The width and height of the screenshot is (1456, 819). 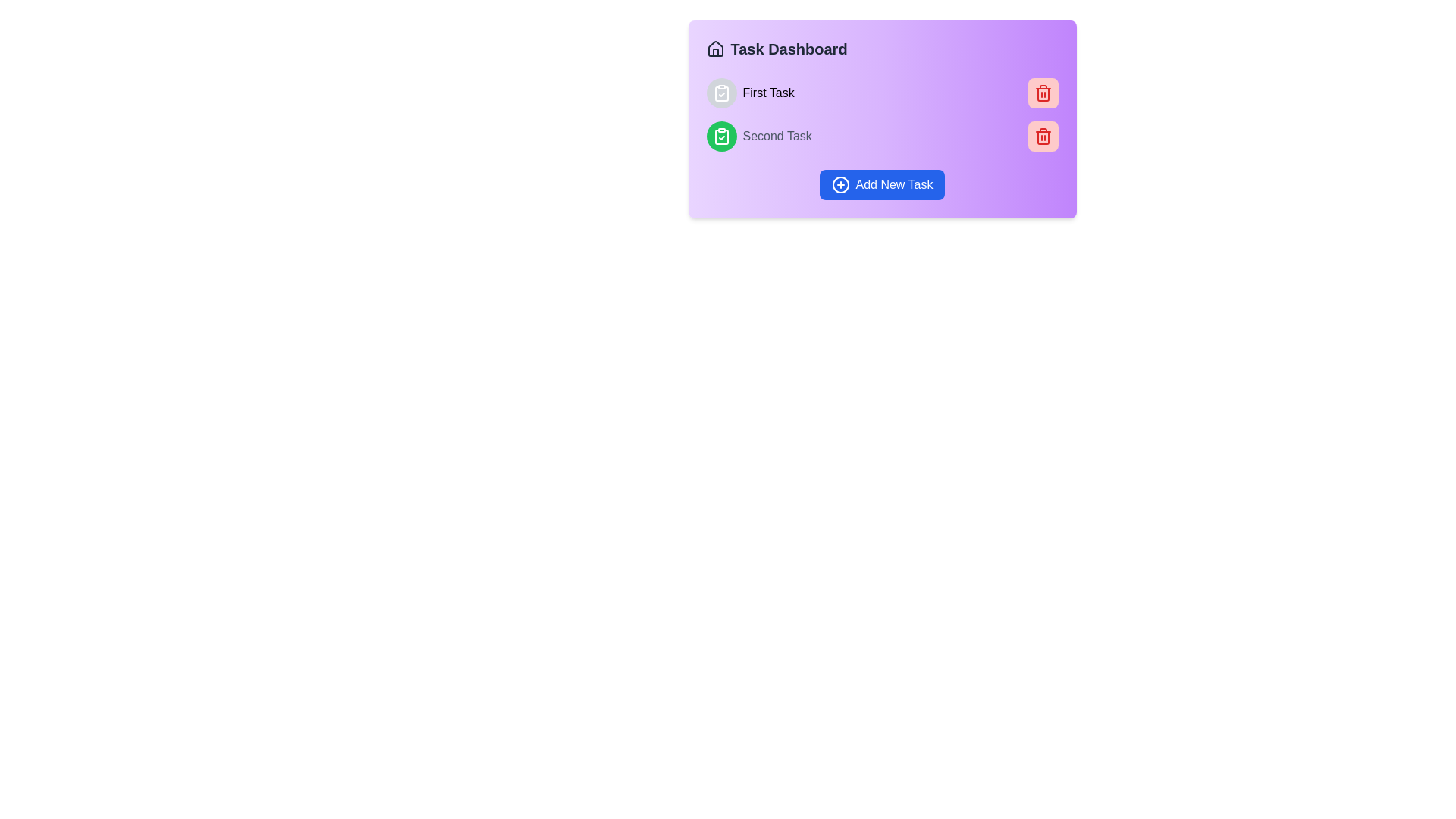 I want to click on the completed task text located below the 'First Task' entry in the 'Task Dashboard', which is marked with a strikethrough style and positioned to the right of a green circular icon with a white checkmark, so click(x=777, y=136).